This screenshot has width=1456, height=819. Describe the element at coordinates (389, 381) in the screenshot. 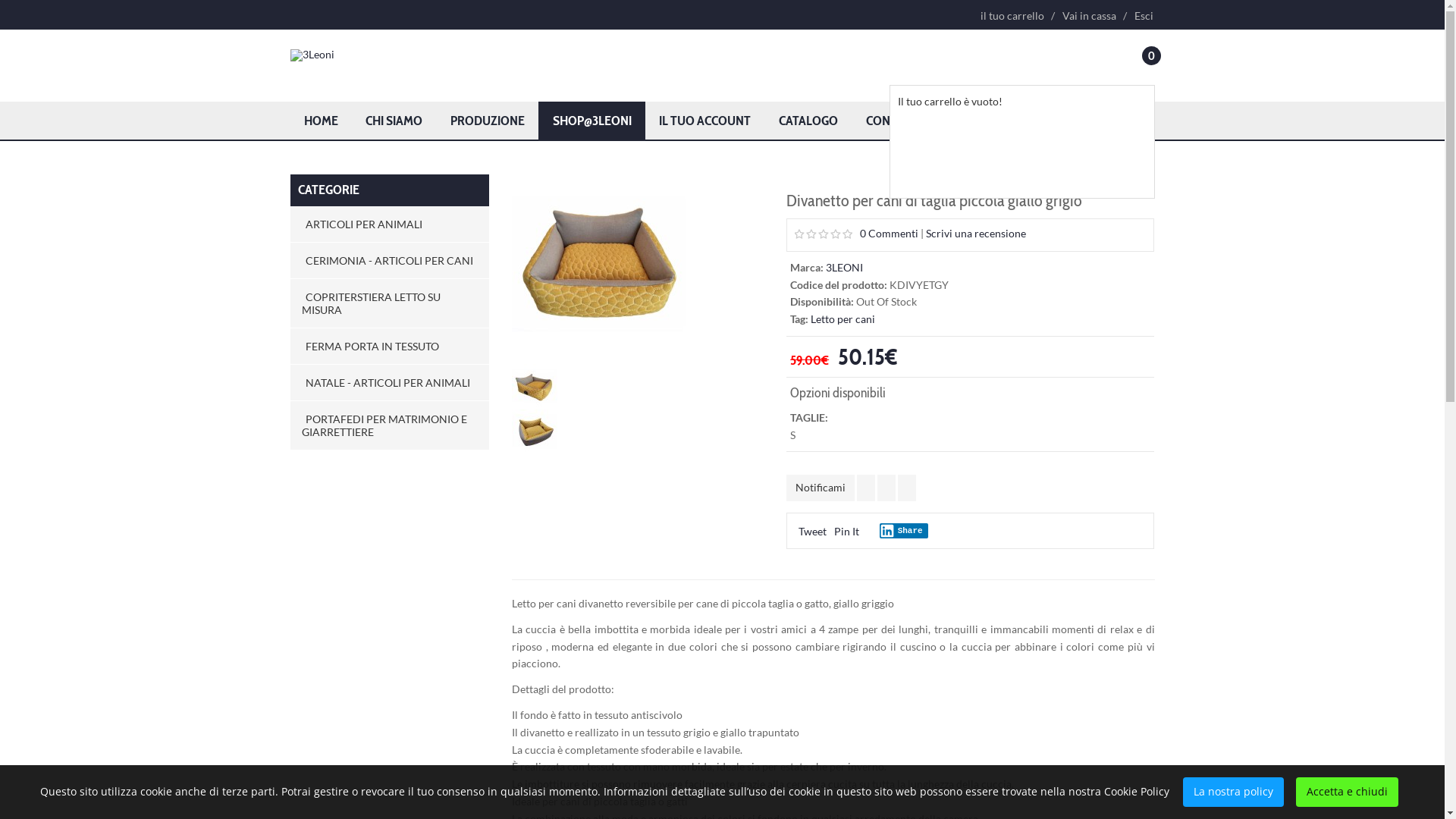

I see `'NATALE - ARTICOLI PER ANIMALI'` at that location.